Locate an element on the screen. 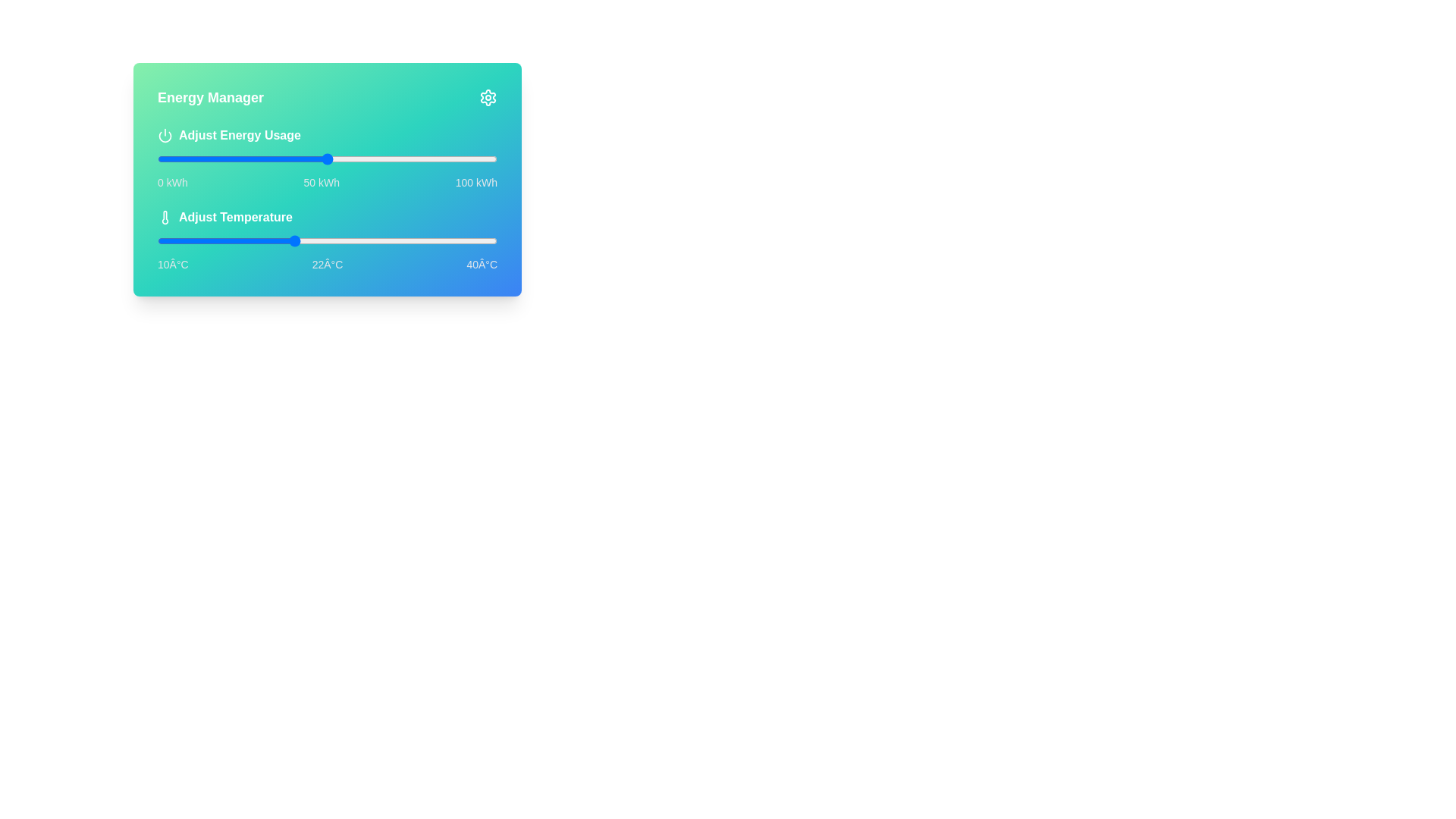 The width and height of the screenshot is (1456, 819). the temperature to 20°C using the slider is located at coordinates (271, 240).